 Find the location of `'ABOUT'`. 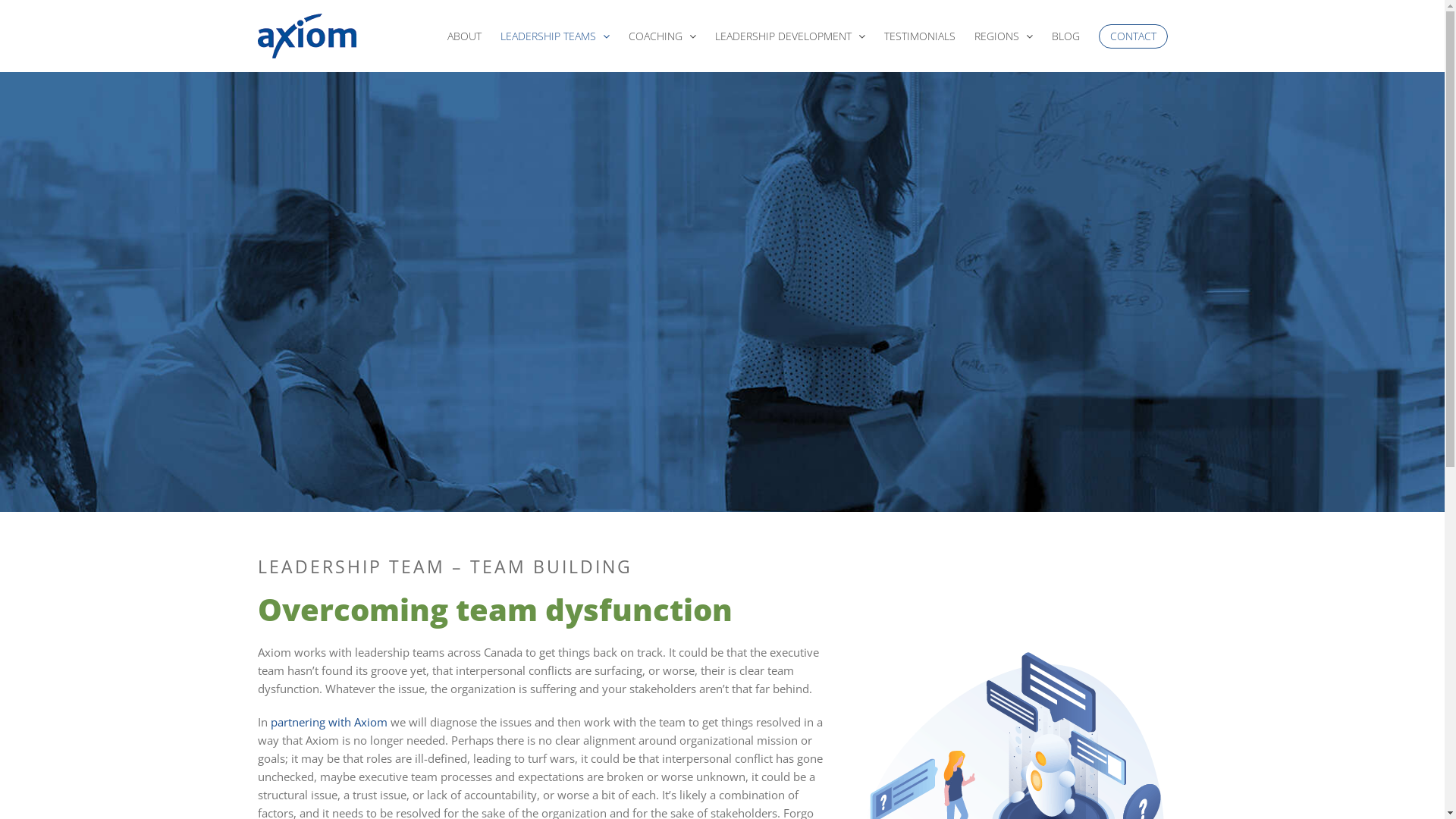

'ABOUT' is located at coordinates (463, 35).